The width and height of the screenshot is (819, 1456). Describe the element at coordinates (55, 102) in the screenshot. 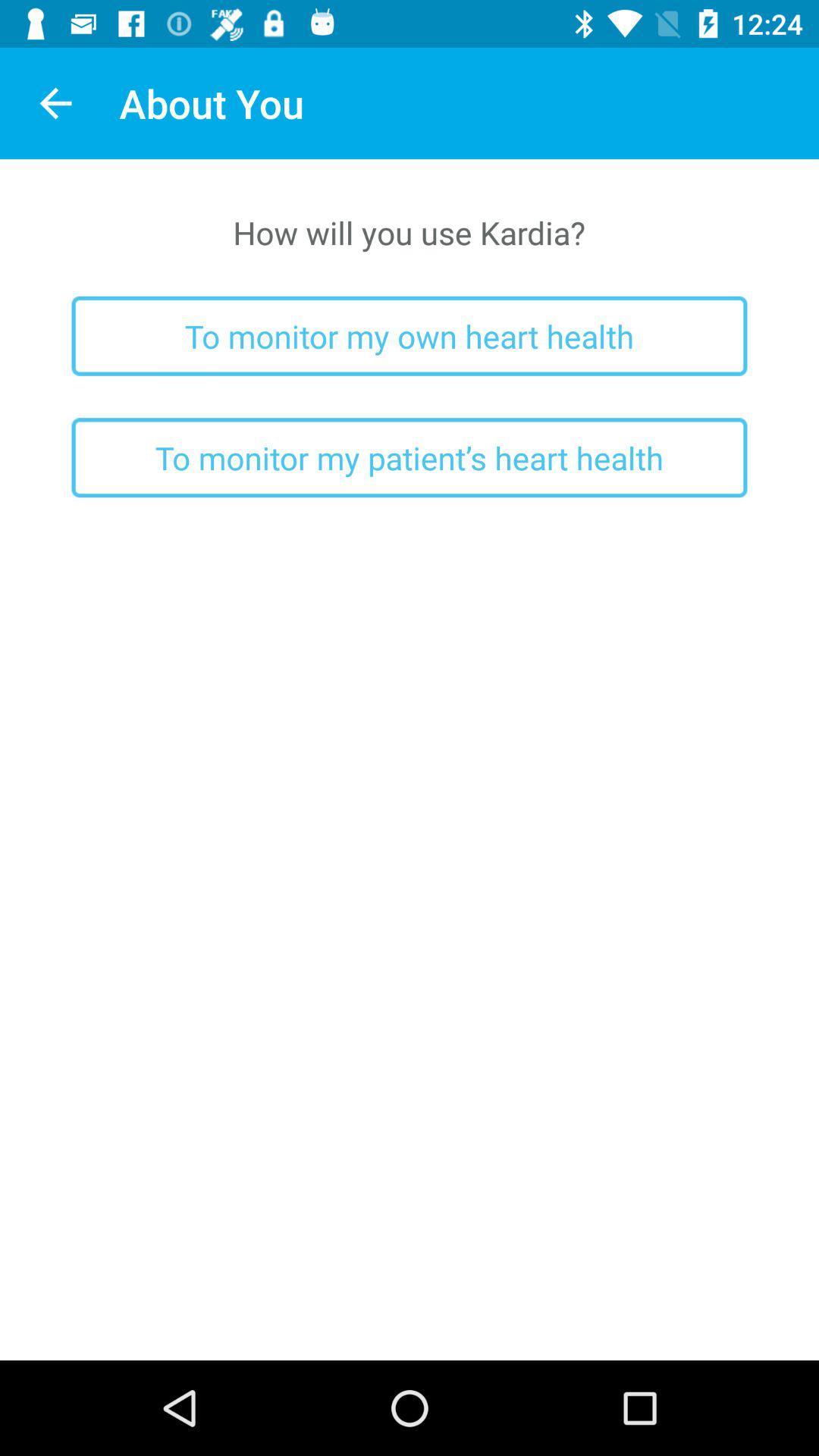

I see `icon to the left of the about you app` at that location.